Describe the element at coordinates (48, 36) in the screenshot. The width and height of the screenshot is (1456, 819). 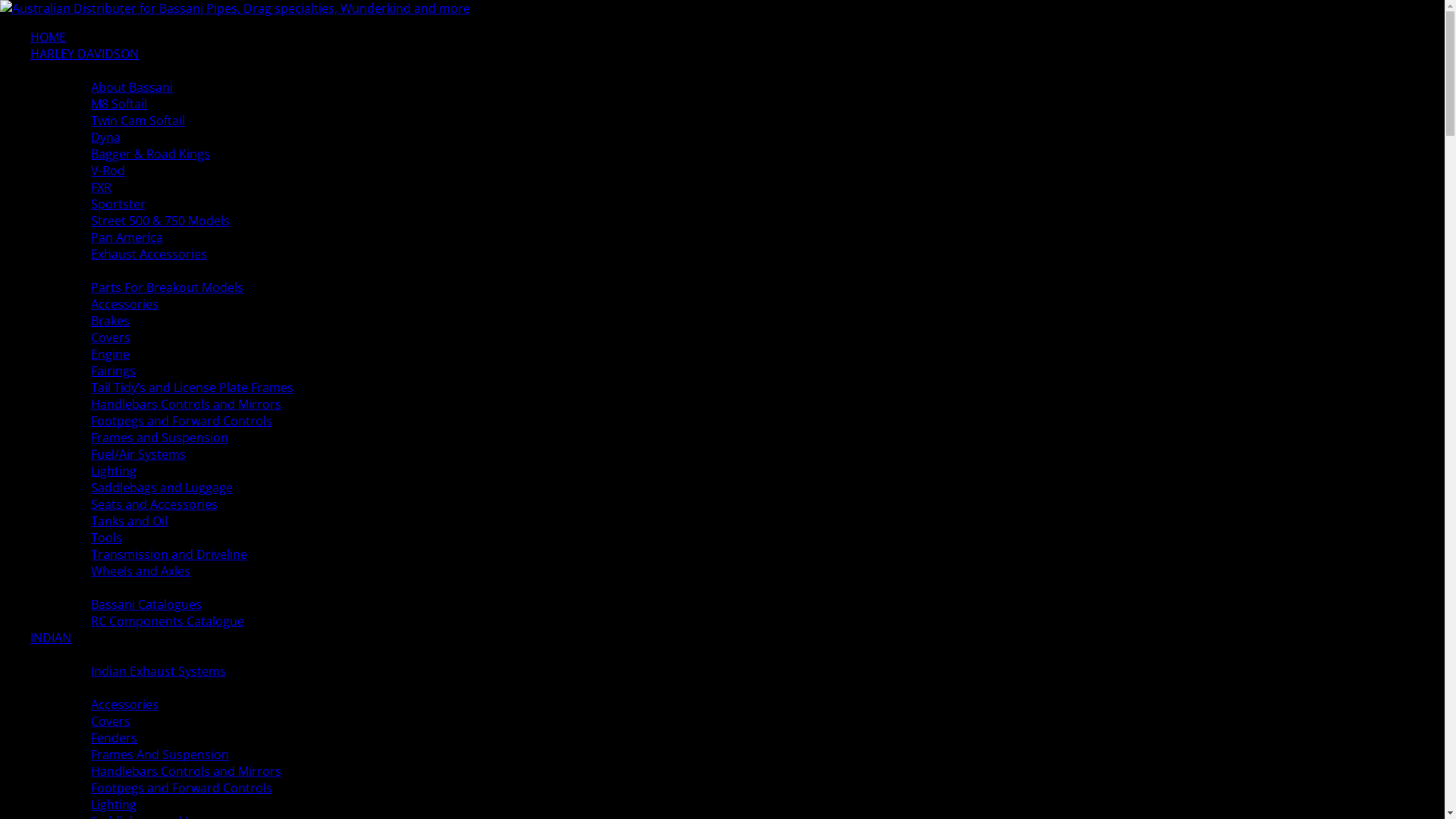
I see `'HOME'` at that location.